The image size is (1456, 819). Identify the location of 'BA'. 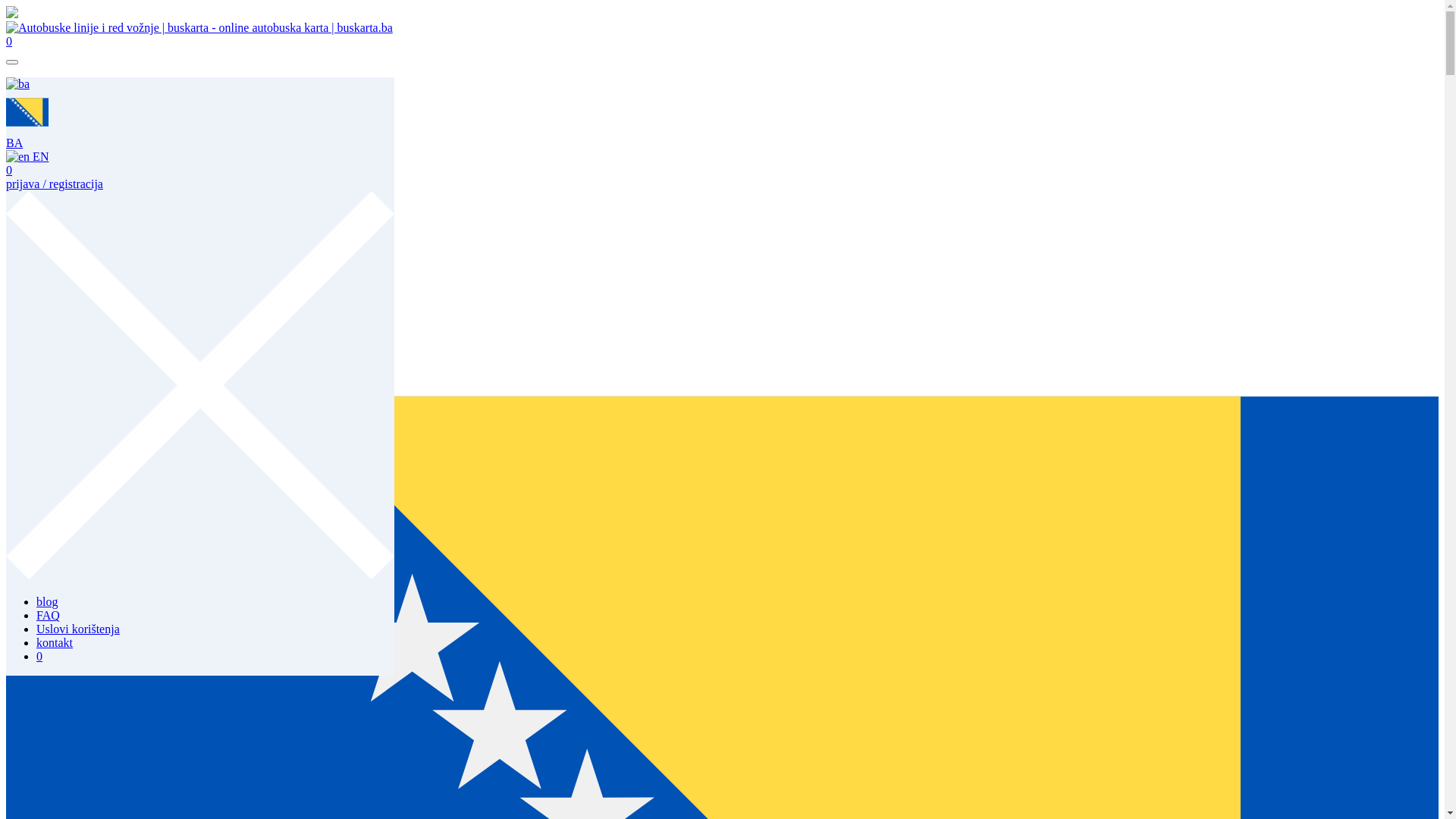
(27, 135).